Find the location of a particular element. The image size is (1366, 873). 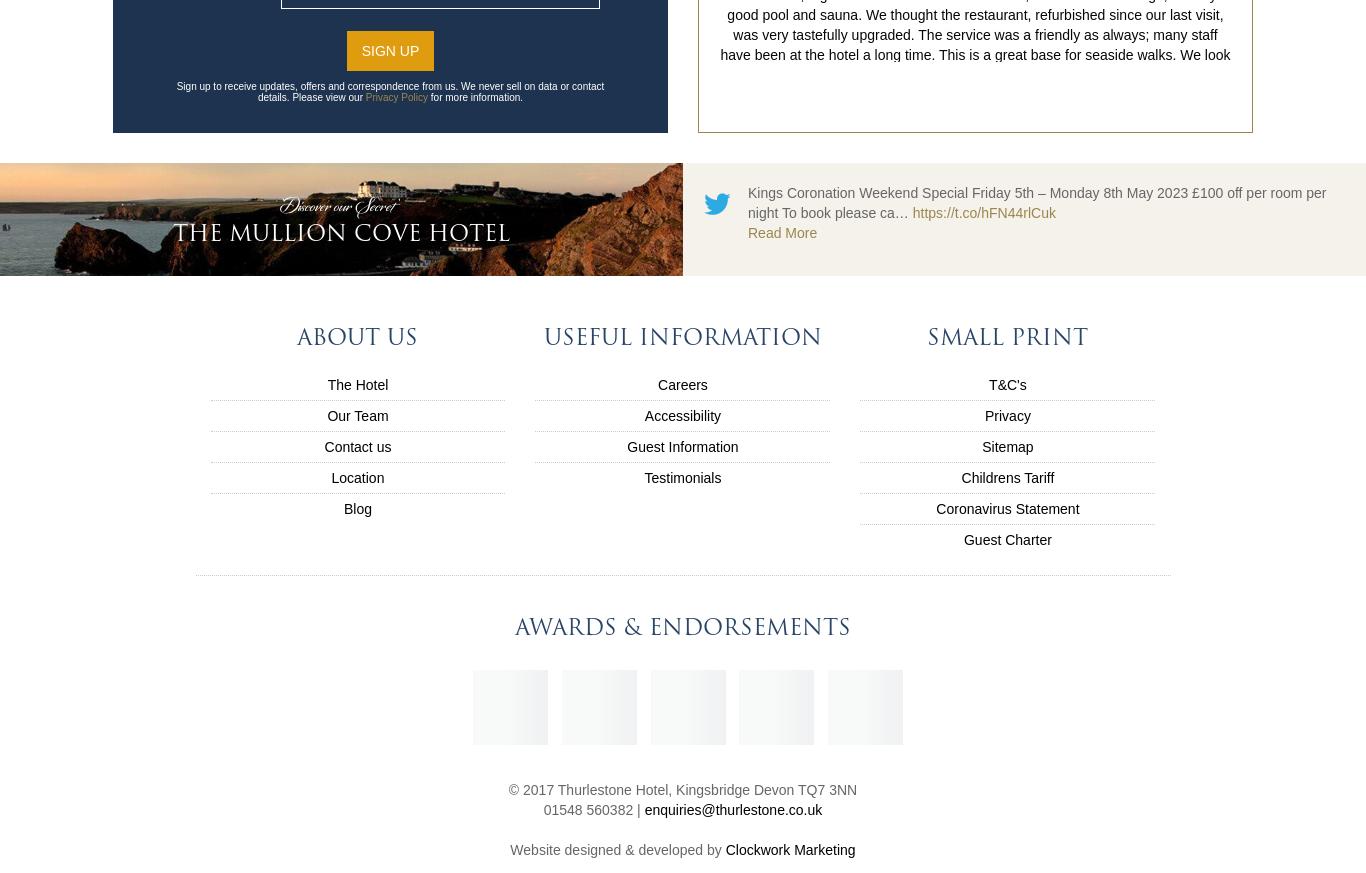

'© 2017 Thurlestone Hotel, Kingsbridge Devon TQ7 3NN' is located at coordinates (681, 789).